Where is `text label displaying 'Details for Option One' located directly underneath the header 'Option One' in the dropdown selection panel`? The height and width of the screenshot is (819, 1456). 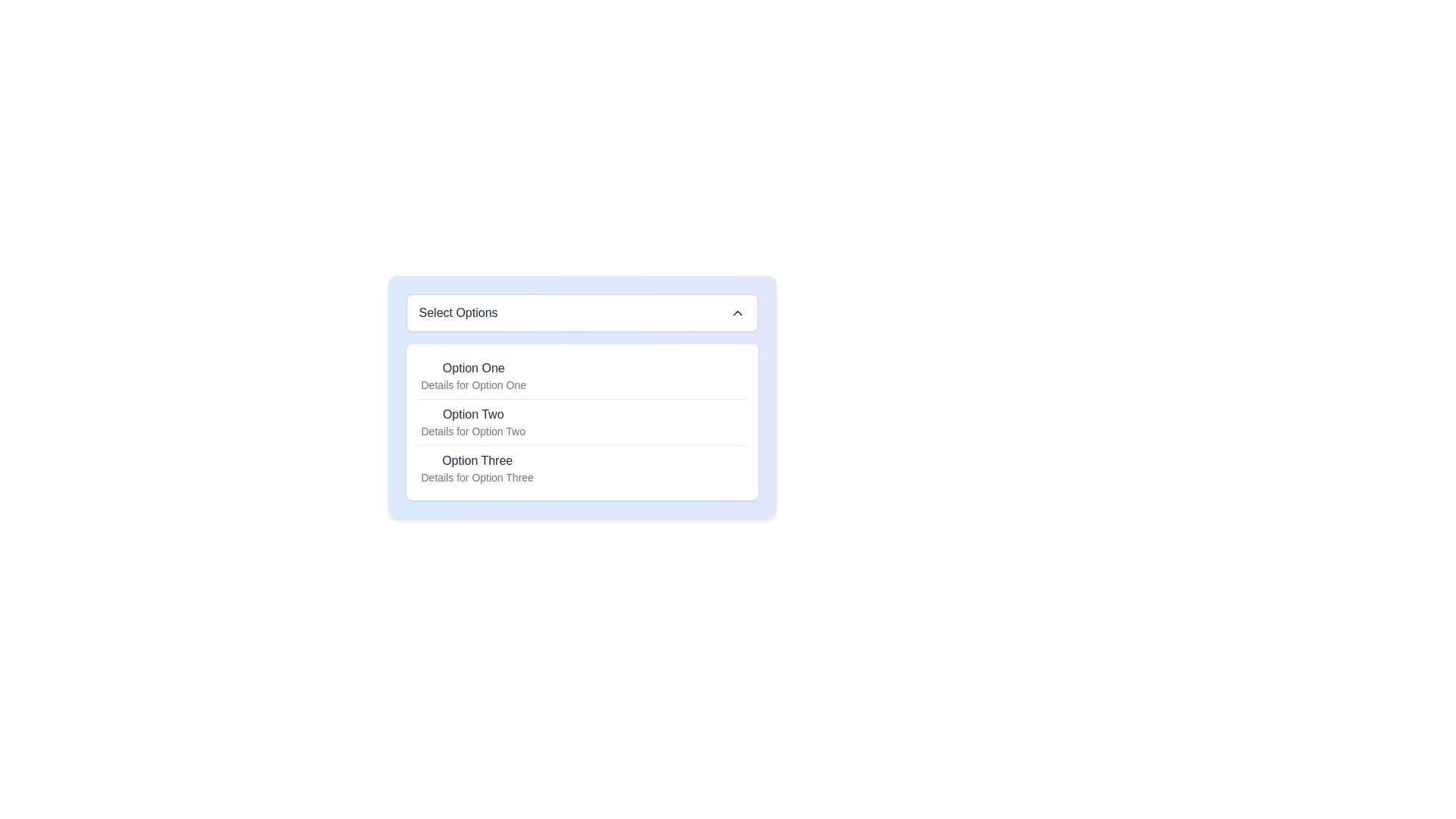 text label displaying 'Details for Option One' located directly underneath the header 'Option One' in the dropdown selection panel is located at coordinates (472, 384).